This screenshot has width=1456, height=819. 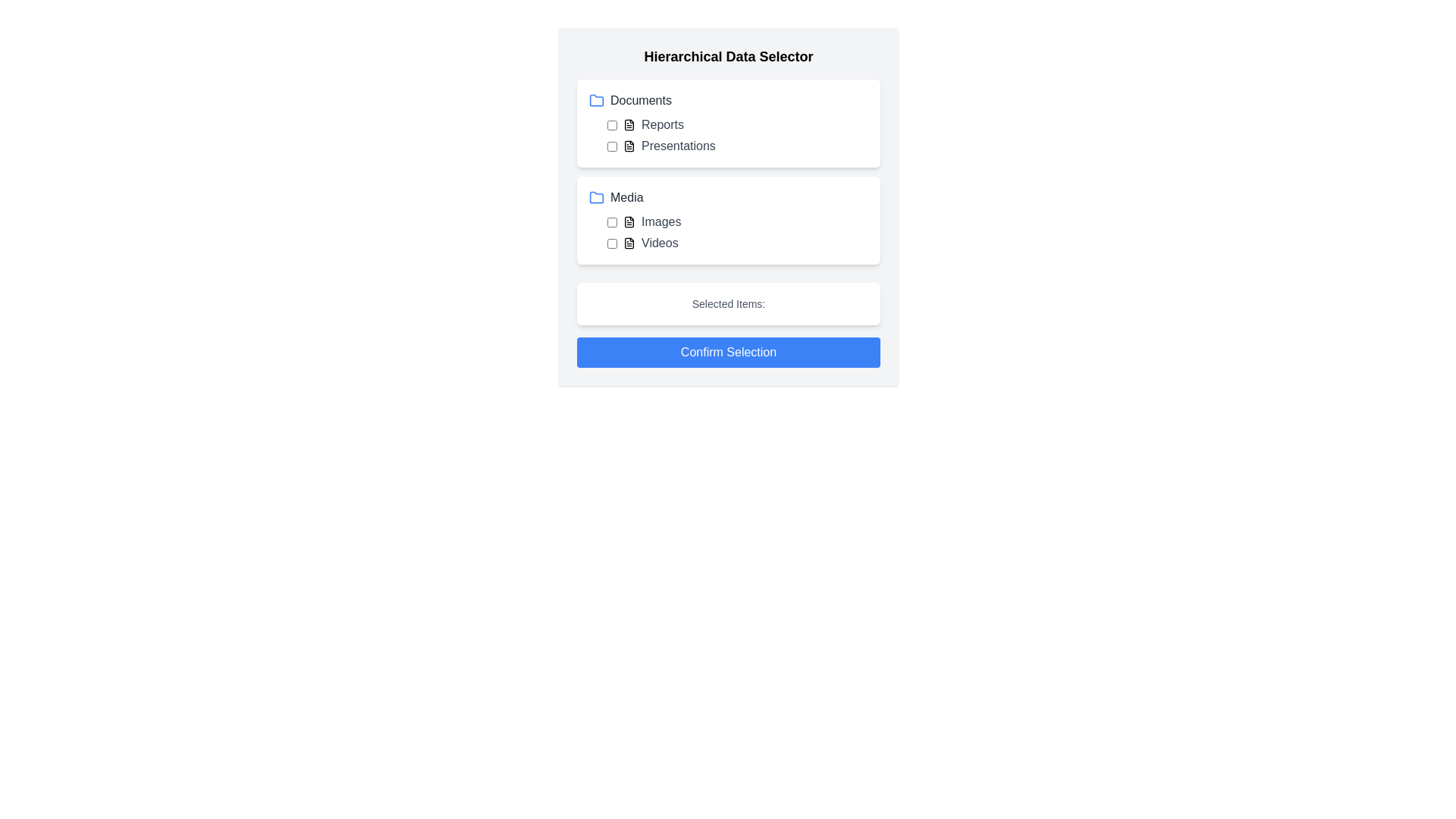 What do you see at coordinates (629, 222) in the screenshot?
I see `the document icon with a stroke-based appearance located in the 'Media' section, next to the 'Images' label` at bounding box center [629, 222].